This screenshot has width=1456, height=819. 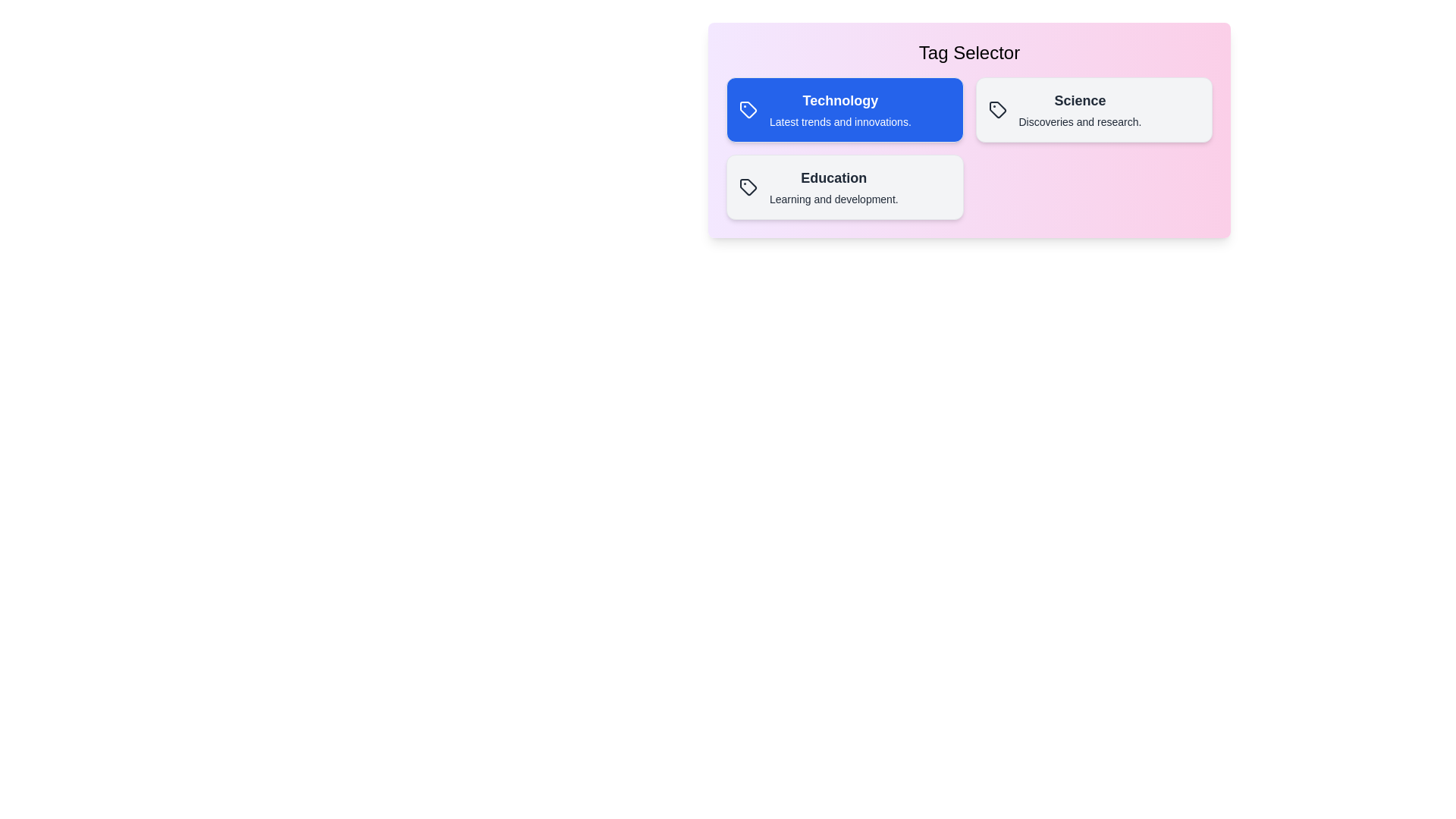 What do you see at coordinates (844, 109) in the screenshot?
I see `the tag Technology to toggle its selection status` at bounding box center [844, 109].